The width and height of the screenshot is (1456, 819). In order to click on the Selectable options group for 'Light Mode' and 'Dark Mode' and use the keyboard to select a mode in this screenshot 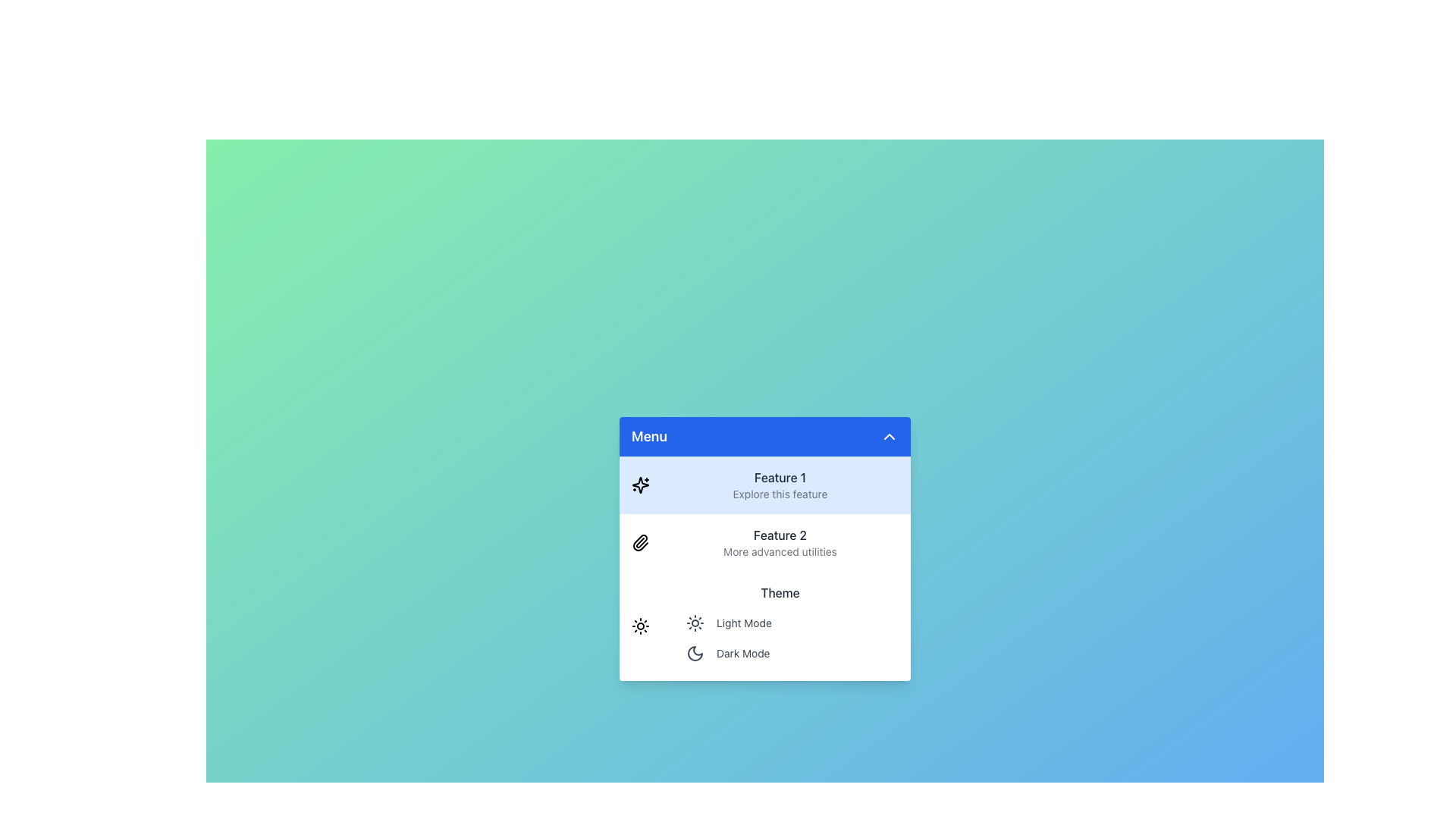, I will do `click(789, 638)`.